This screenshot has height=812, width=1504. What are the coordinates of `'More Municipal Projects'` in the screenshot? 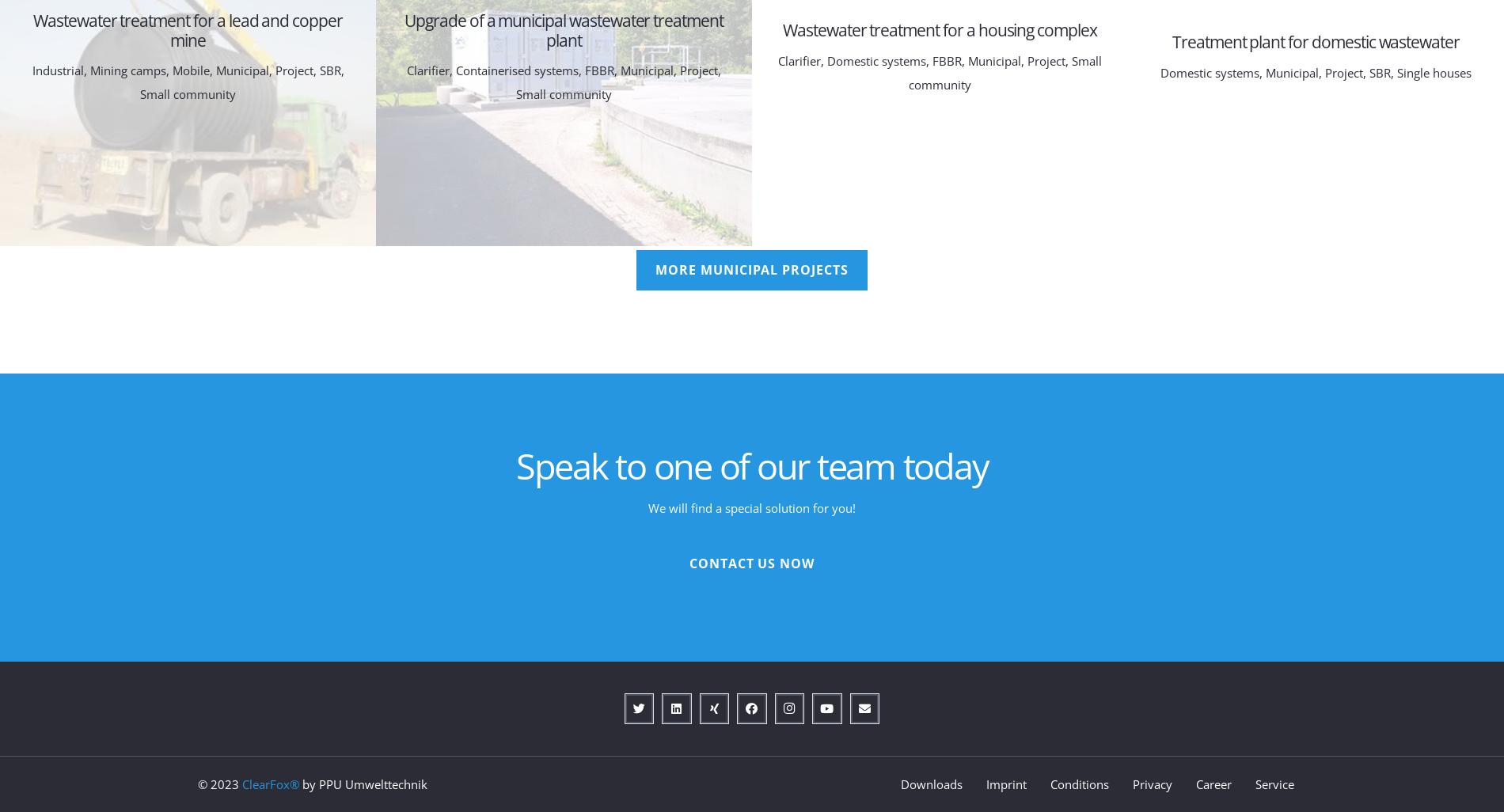 It's located at (750, 269).